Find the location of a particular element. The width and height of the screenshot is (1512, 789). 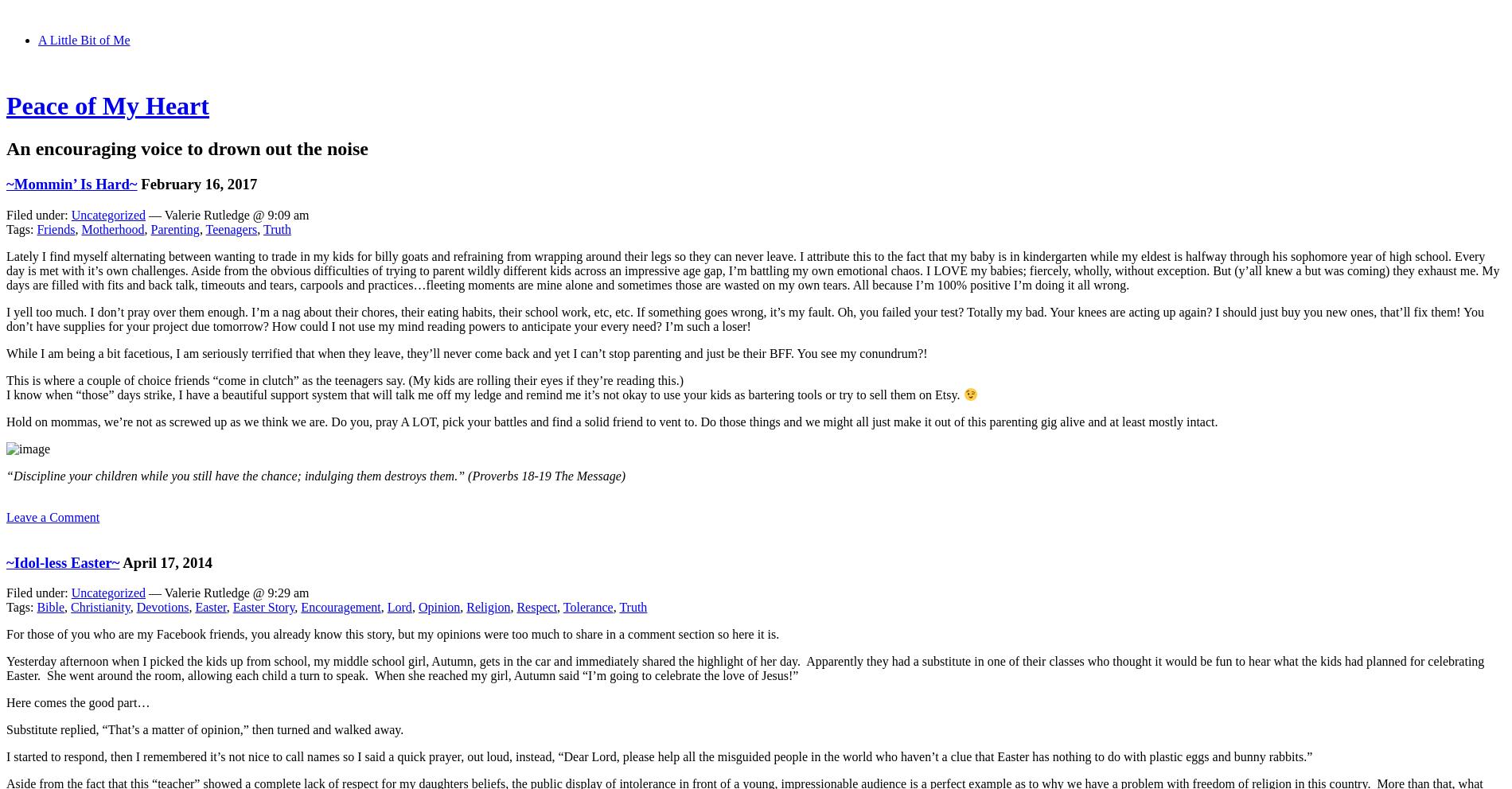

'Religion' is located at coordinates (488, 606).